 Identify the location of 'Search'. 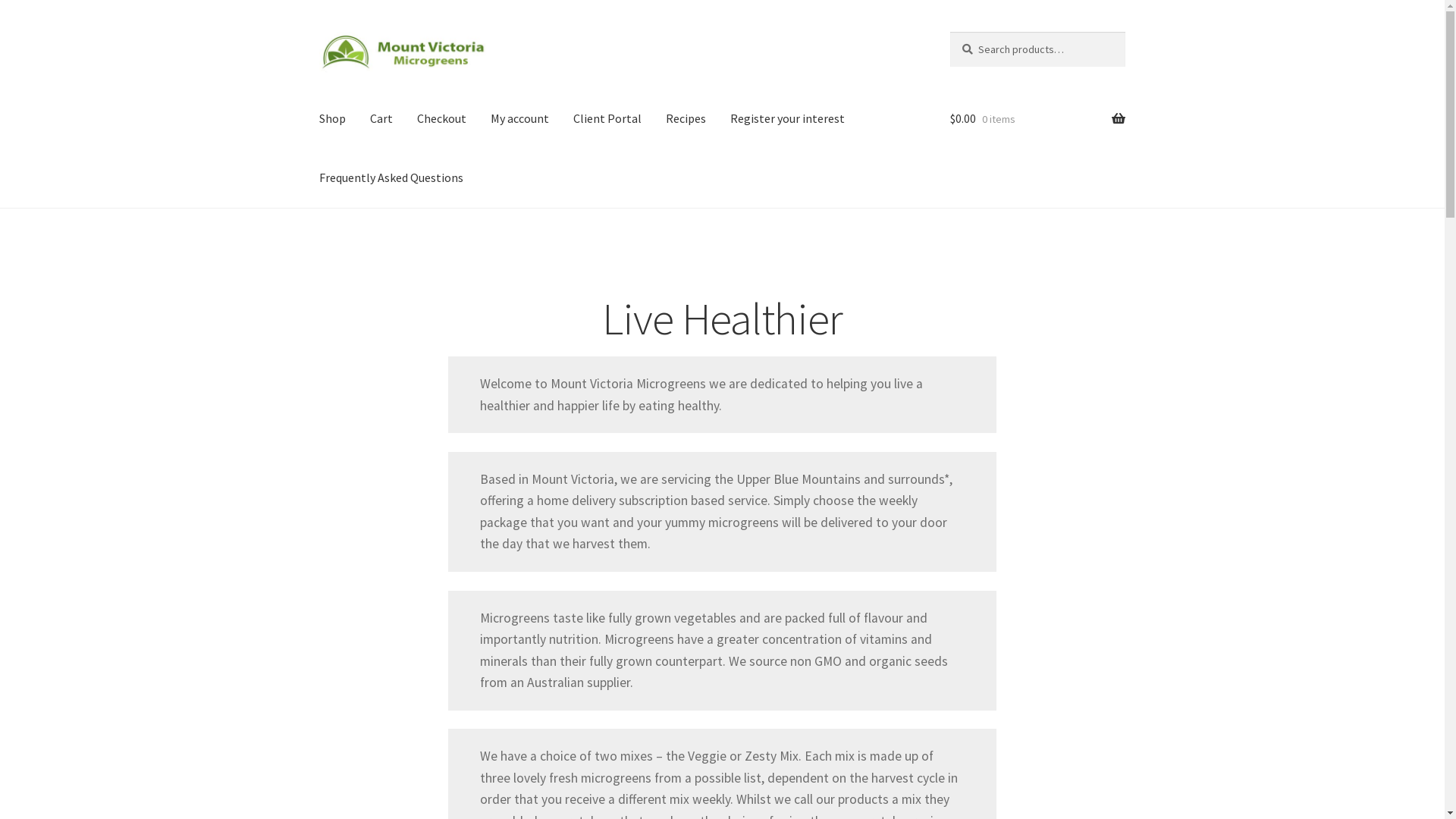
(949, 31).